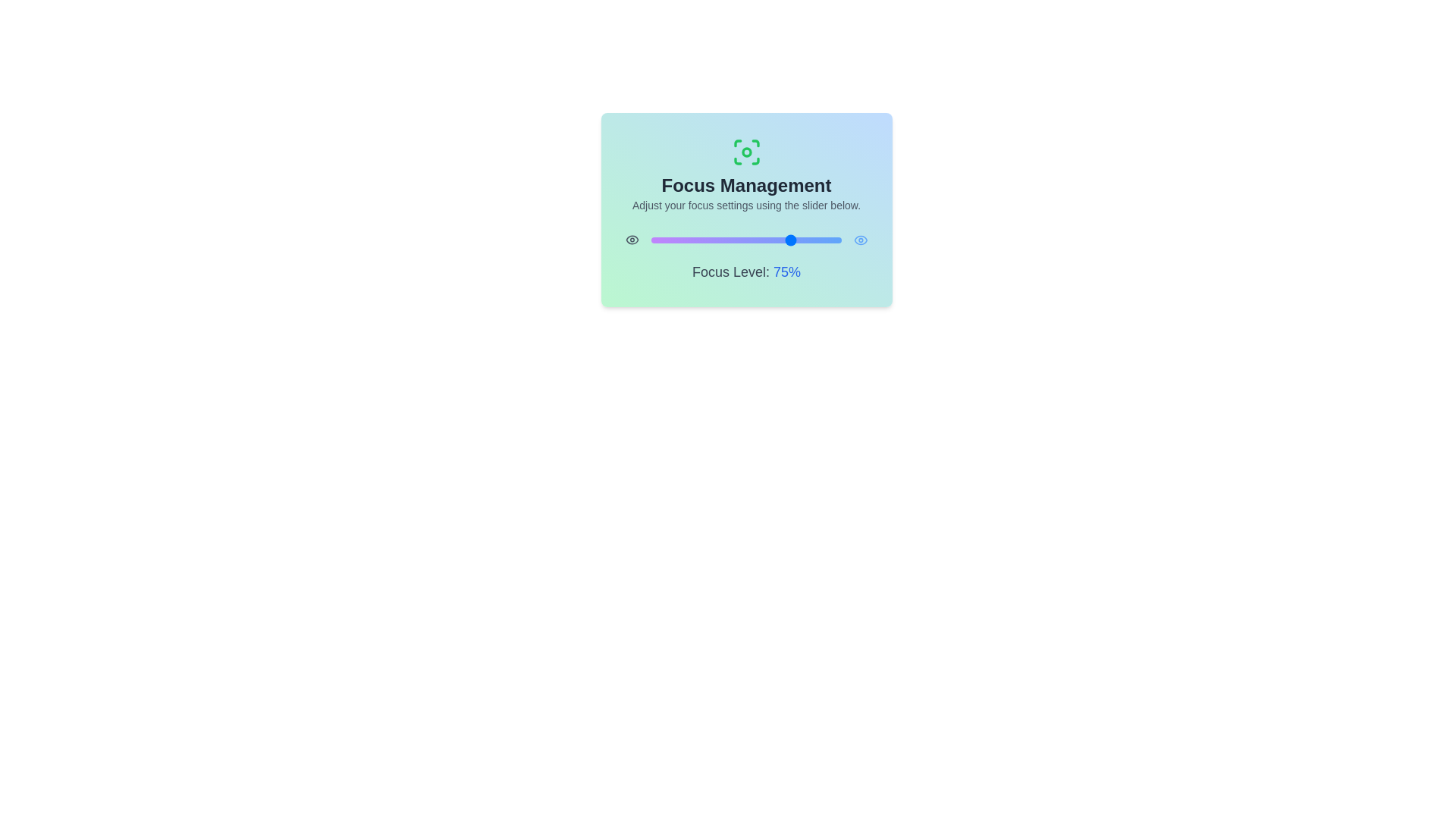  What do you see at coordinates (831, 239) in the screenshot?
I see `the focus level to 95% using the slider` at bounding box center [831, 239].